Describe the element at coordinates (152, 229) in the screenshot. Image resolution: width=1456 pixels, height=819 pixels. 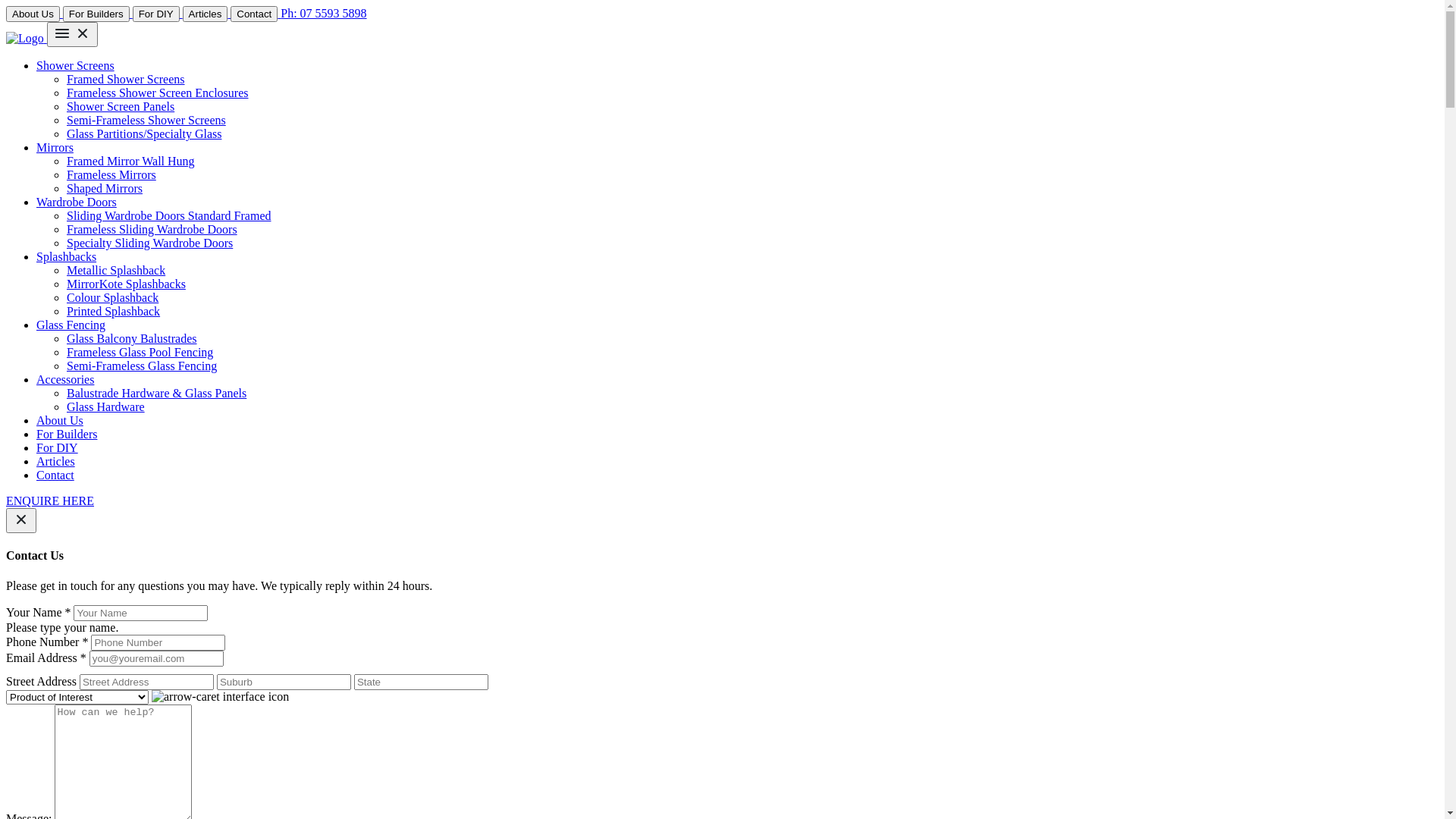
I see `'Frameless Sliding Wardrobe Doors'` at that location.